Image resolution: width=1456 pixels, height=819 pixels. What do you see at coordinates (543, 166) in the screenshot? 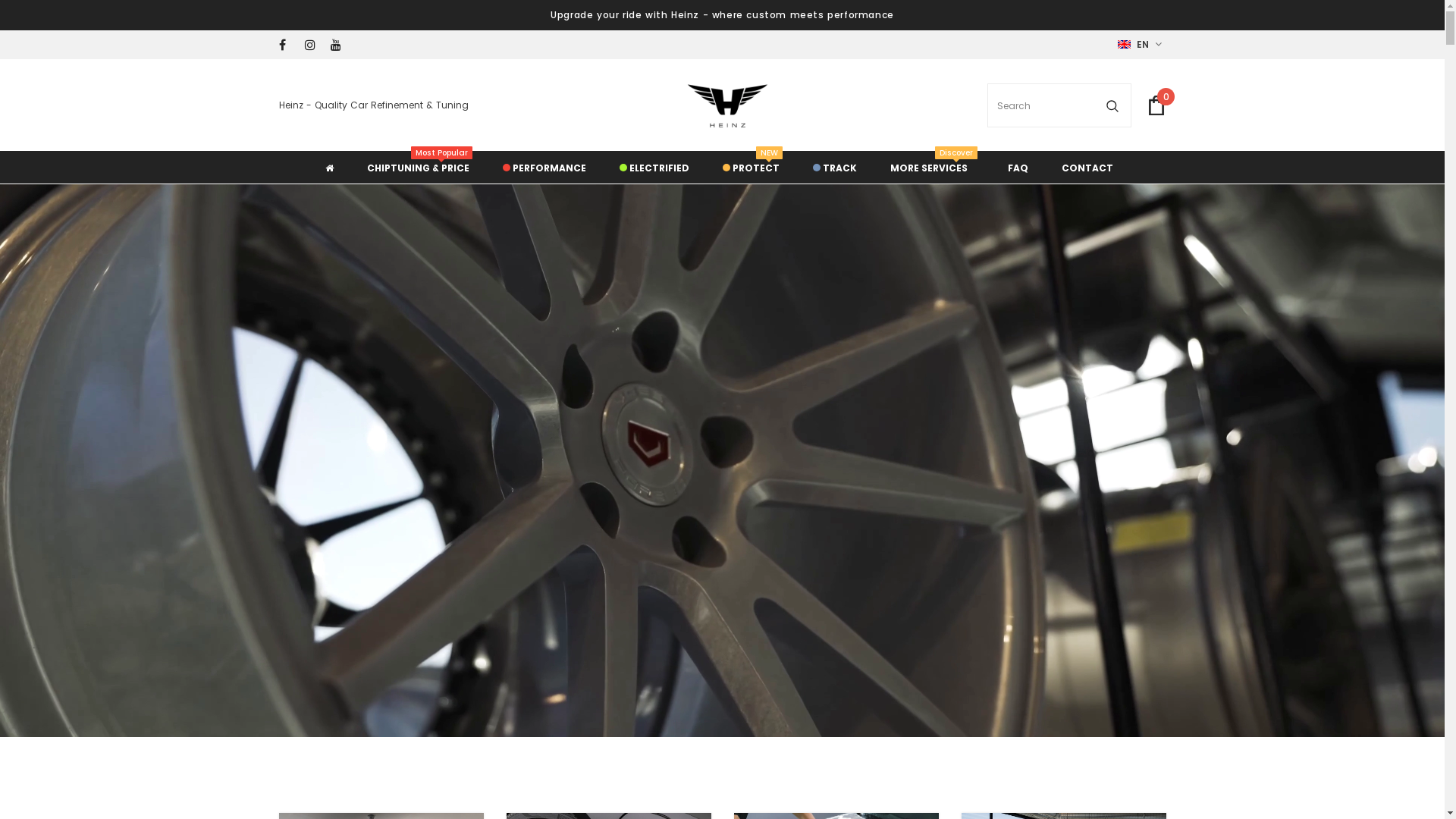
I see `'PERFORMANCE'` at bounding box center [543, 166].